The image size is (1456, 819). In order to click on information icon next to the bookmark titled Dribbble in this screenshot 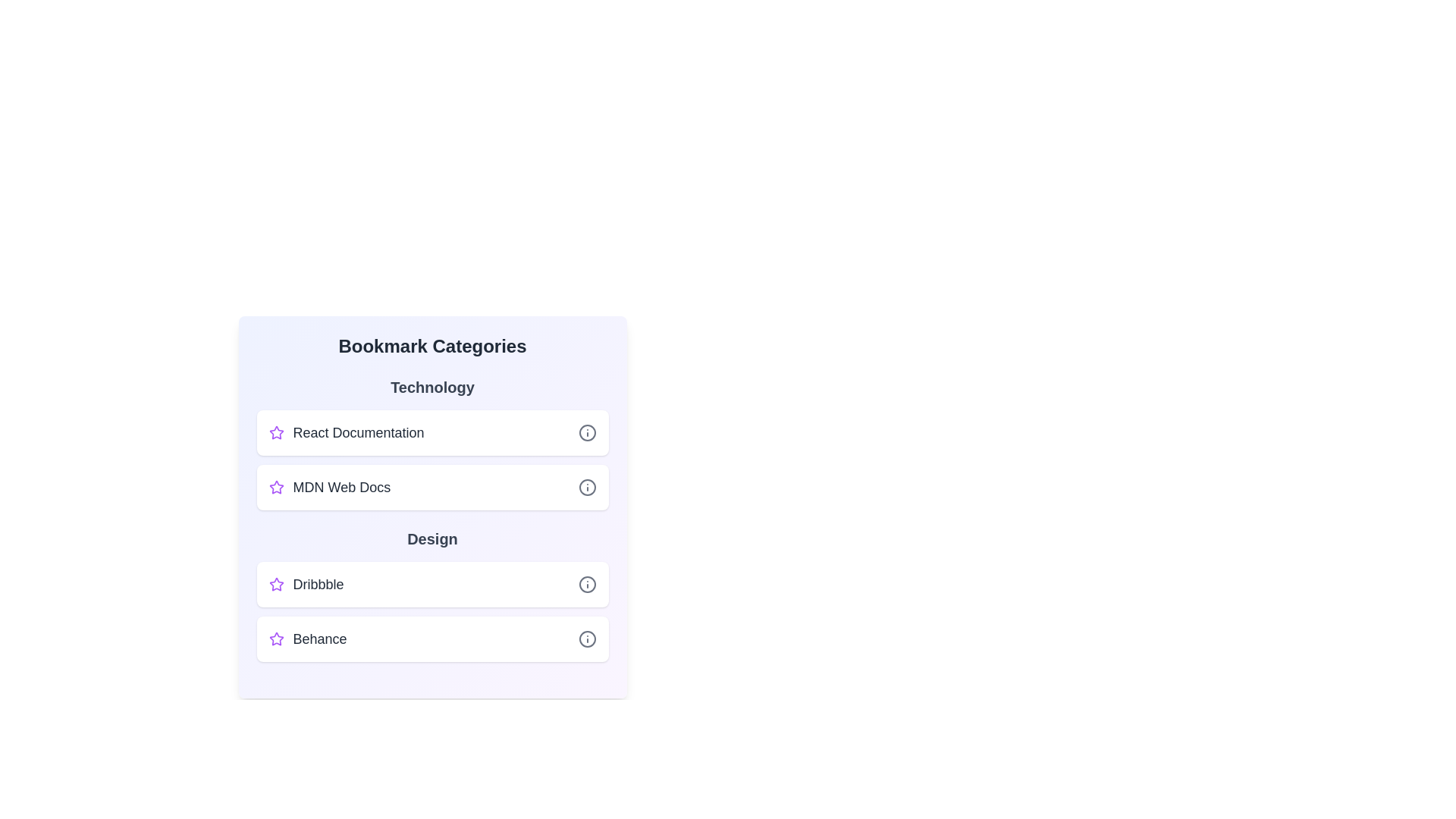, I will do `click(586, 584)`.